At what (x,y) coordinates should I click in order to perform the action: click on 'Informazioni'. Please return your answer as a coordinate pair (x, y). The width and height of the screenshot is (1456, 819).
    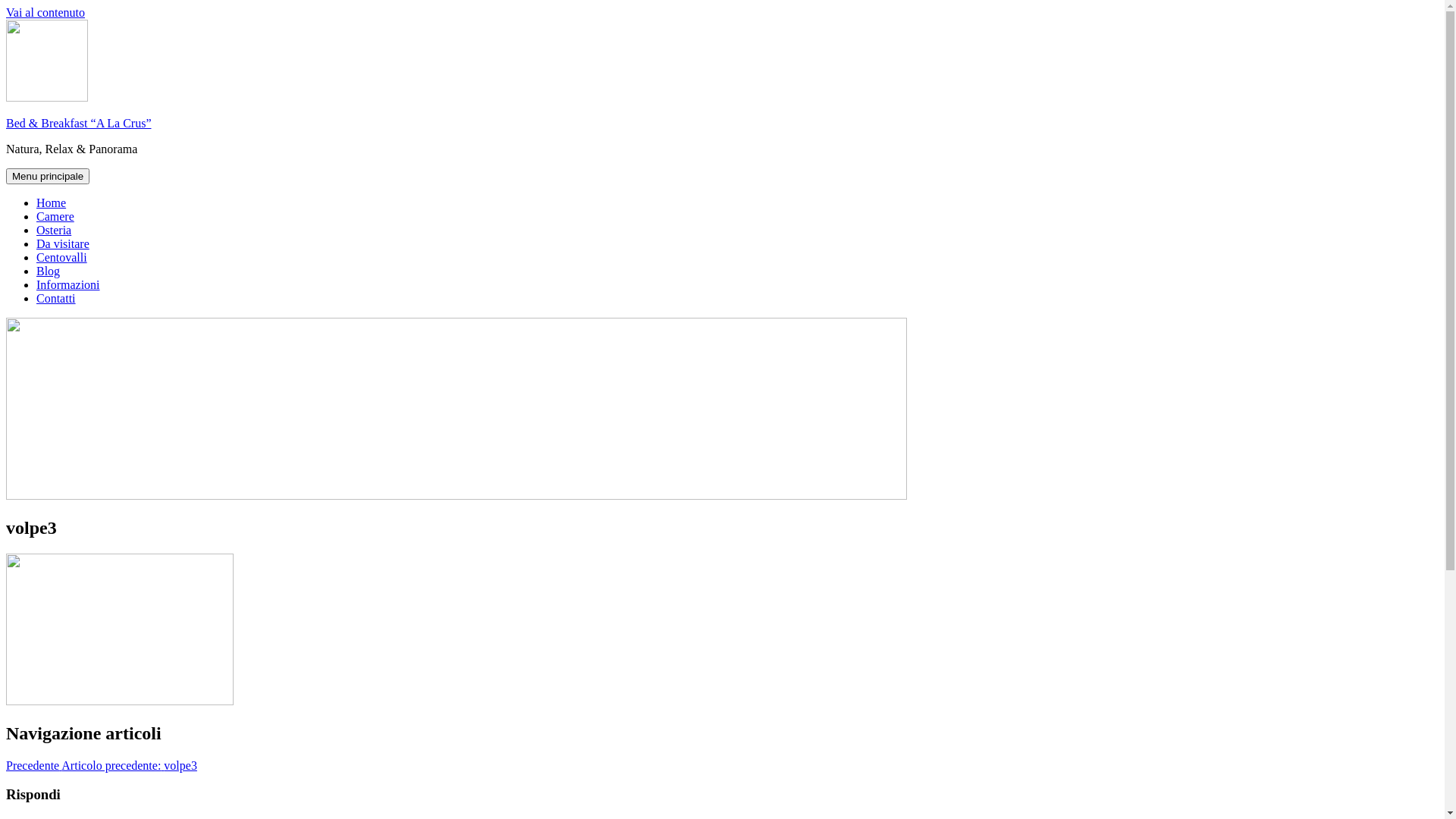
    Looking at the image, I should click on (67, 284).